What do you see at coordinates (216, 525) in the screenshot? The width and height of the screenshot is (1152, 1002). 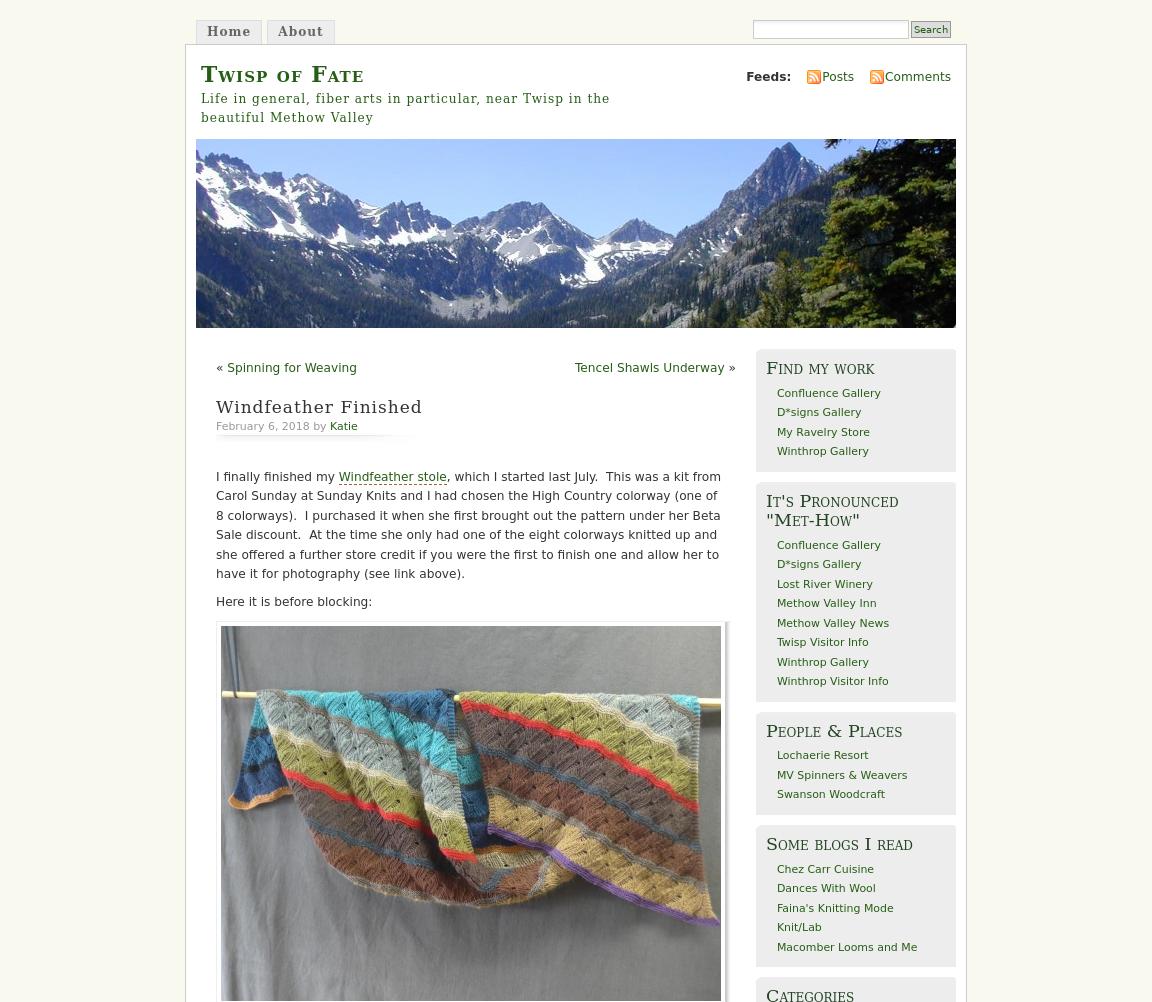 I see `', which I started last July.  This was a kit from Carol Sunday at Sunday Knits and I had chosen the High Country colorway (one of 8 colorways).  I purchased it when she first brought out the pattern under her Beta Sale discount.  At the time she only had one of the eight colorways knitted up and she offered a further store credit if you were the first to finish one and allow her to have it for photography (see link above).'` at bounding box center [216, 525].